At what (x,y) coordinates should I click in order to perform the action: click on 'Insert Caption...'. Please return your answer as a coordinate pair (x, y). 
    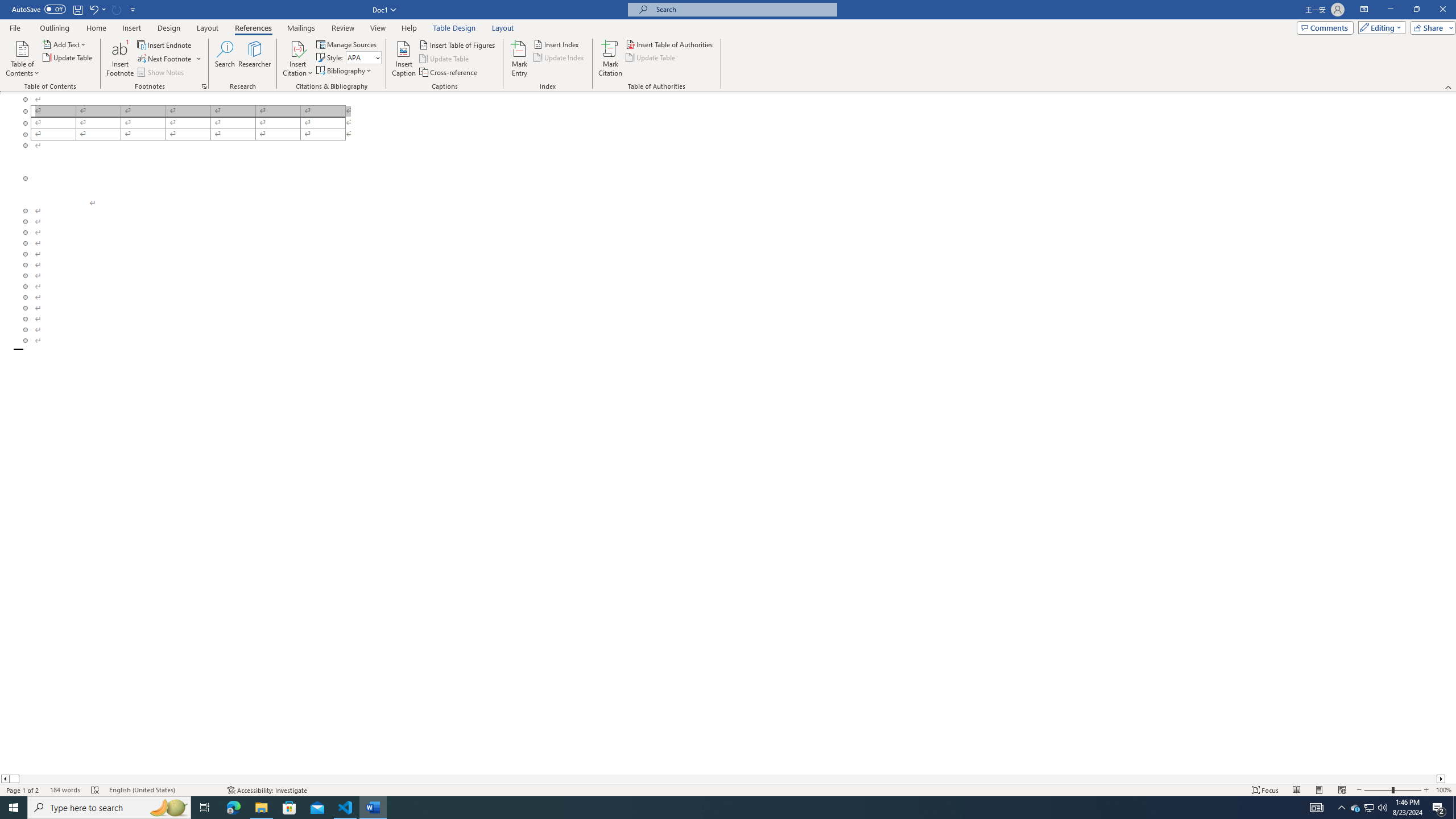
    Looking at the image, I should click on (403, 59).